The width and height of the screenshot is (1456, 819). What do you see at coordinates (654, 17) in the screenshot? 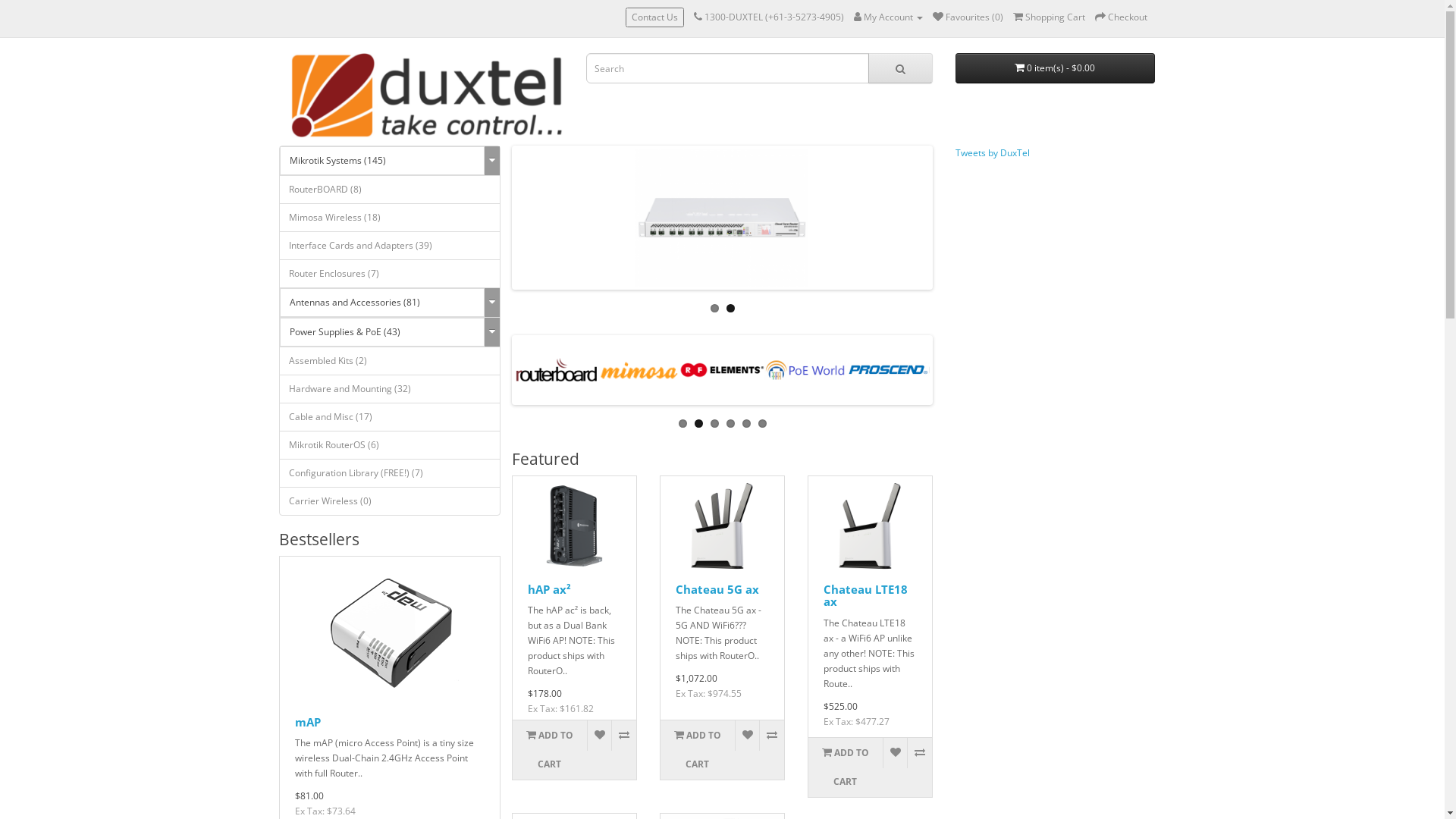
I see `'Contact Us'` at bounding box center [654, 17].